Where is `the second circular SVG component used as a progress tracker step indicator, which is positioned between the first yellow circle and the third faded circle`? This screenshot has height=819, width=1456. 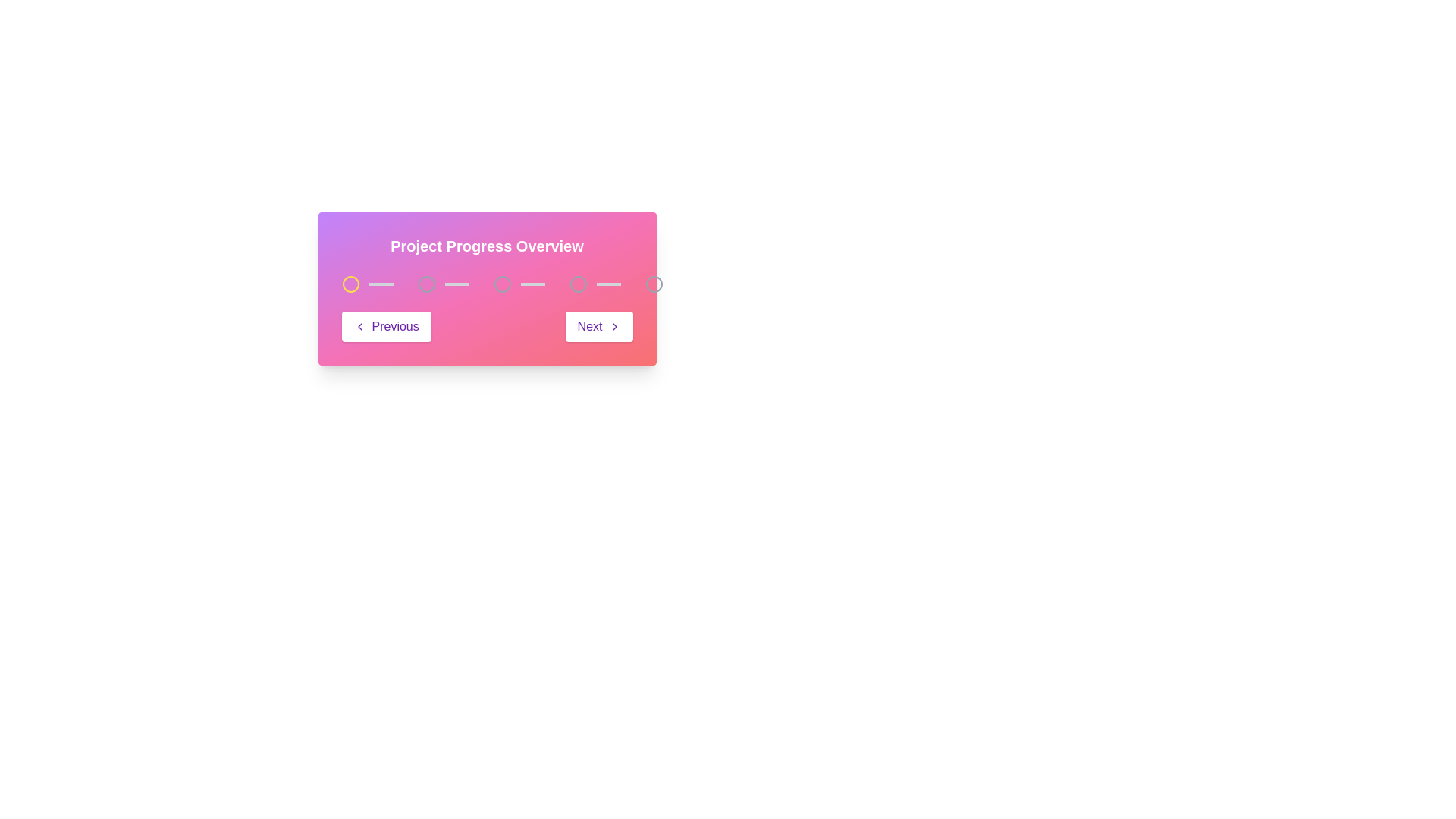 the second circular SVG component used as a progress tracker step indicator, which is positioned between the first yellow circle and the third faded circle is located at coordinates (425, 284).